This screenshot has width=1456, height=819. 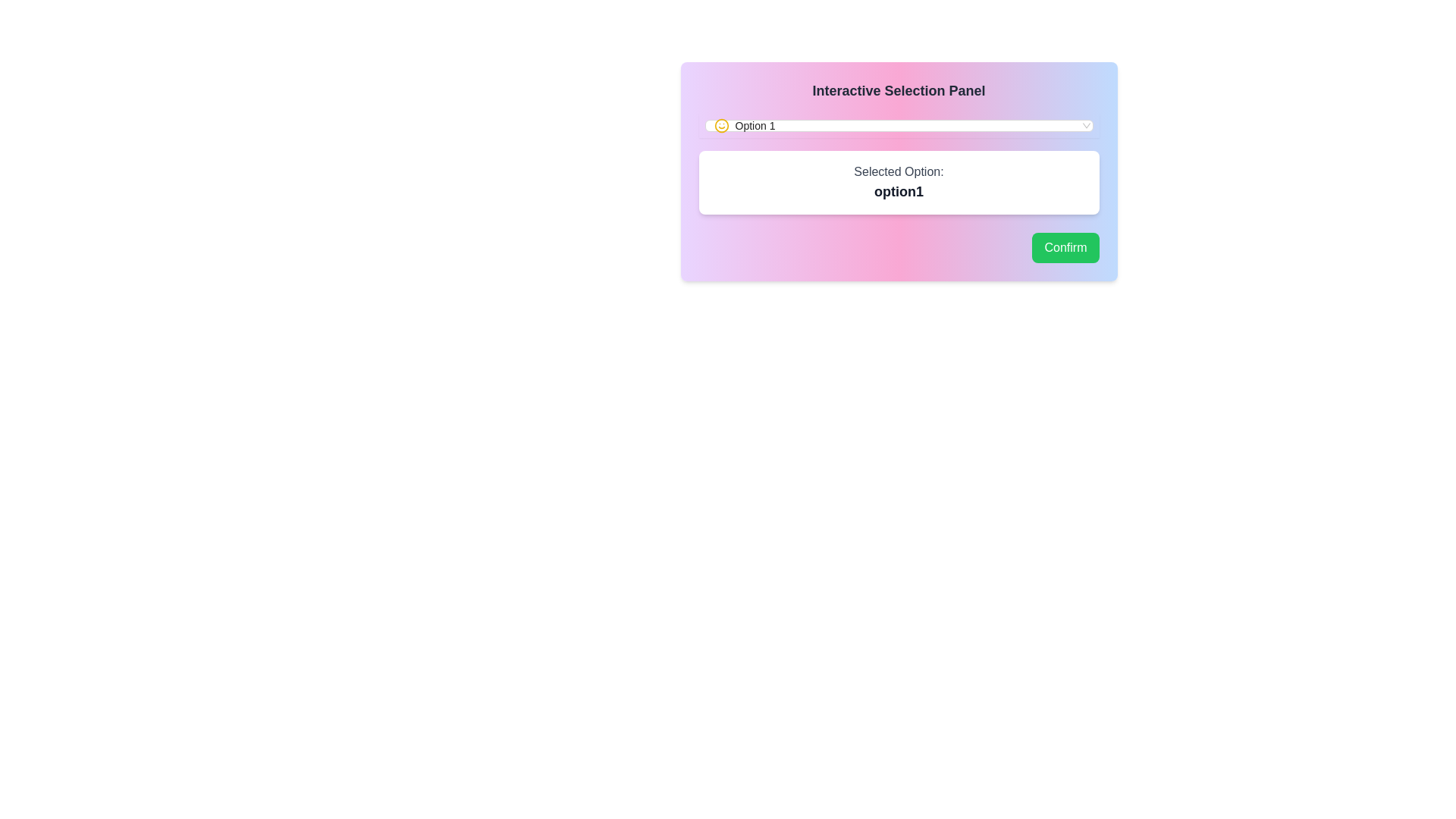 What do you see at coordinates (899, 90) in the screenshot?
I see `the text header displaying 'Interactive Selection Panel' at the top of the colorful, gradient-styled card interface` at bounding box center [899, 90].